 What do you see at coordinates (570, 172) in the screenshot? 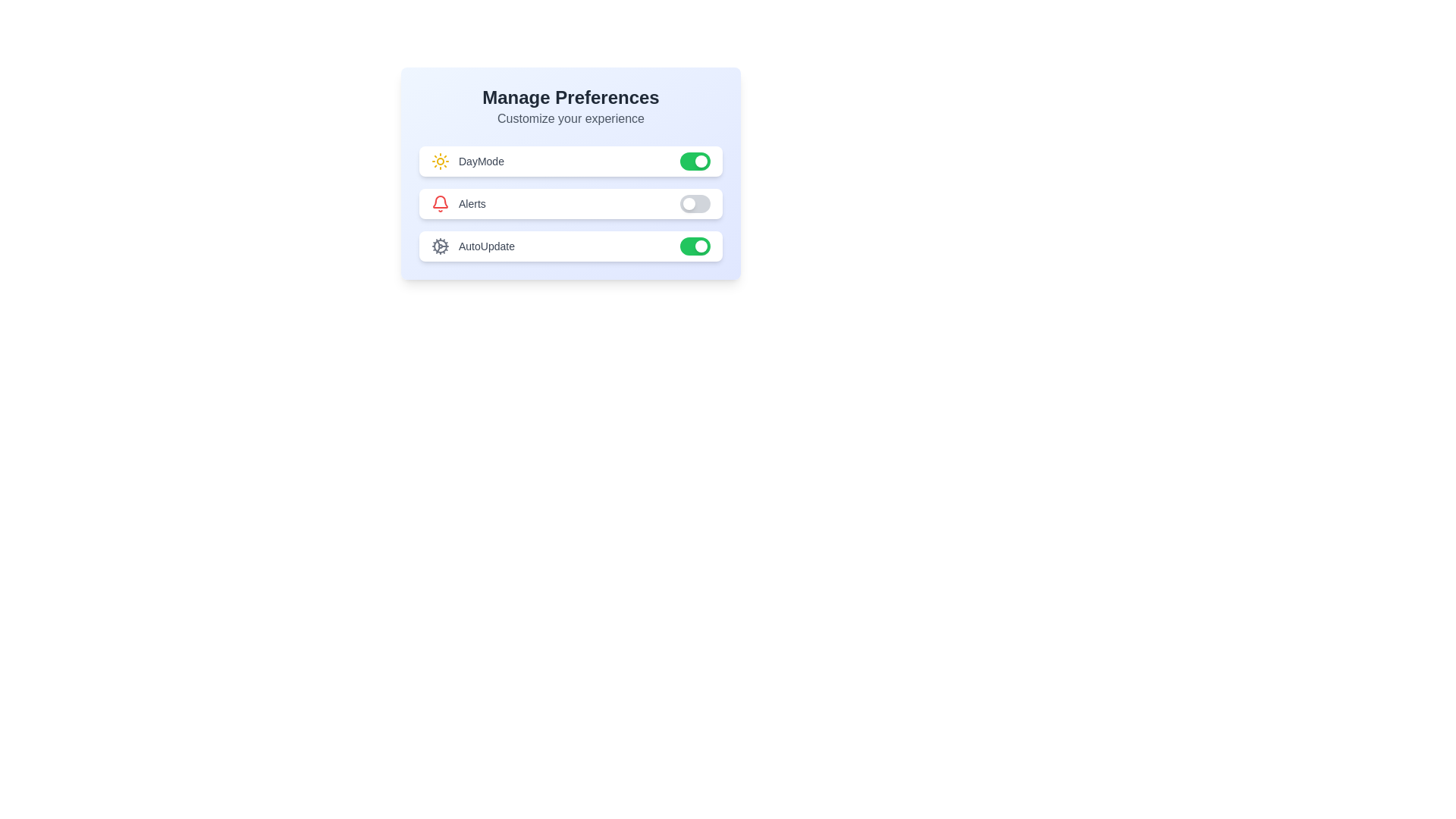
I see `the 'Manage Preferences' text header, which is a rectangular card with a gradient background and contains the text 'Manage Preferences' in bold, located at the center of the card` at bounding box center [570, 172].